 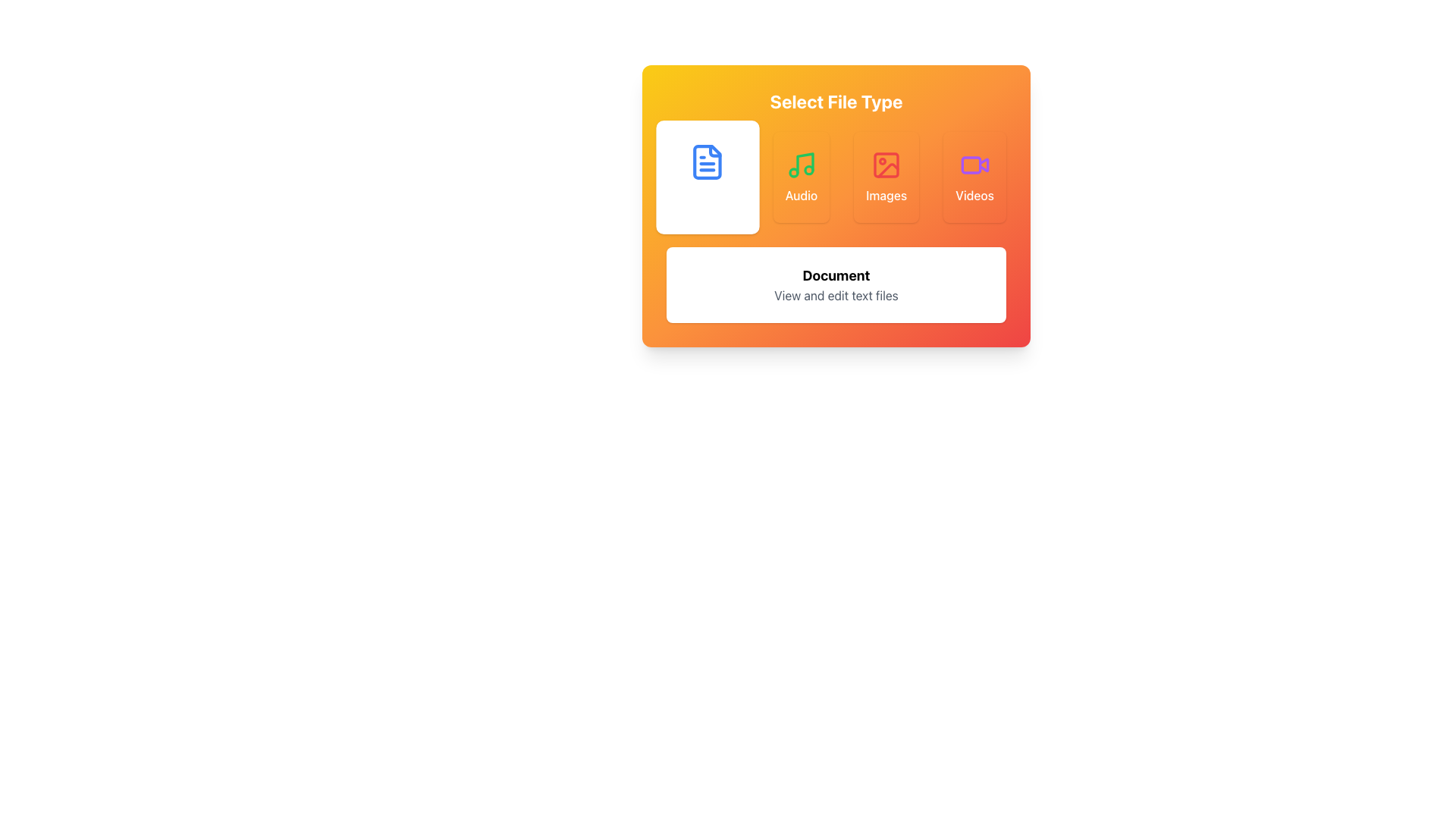 I want to click on the 'Document' button located beneath the 'Select File Type' heading, so click(x=707, y=177).